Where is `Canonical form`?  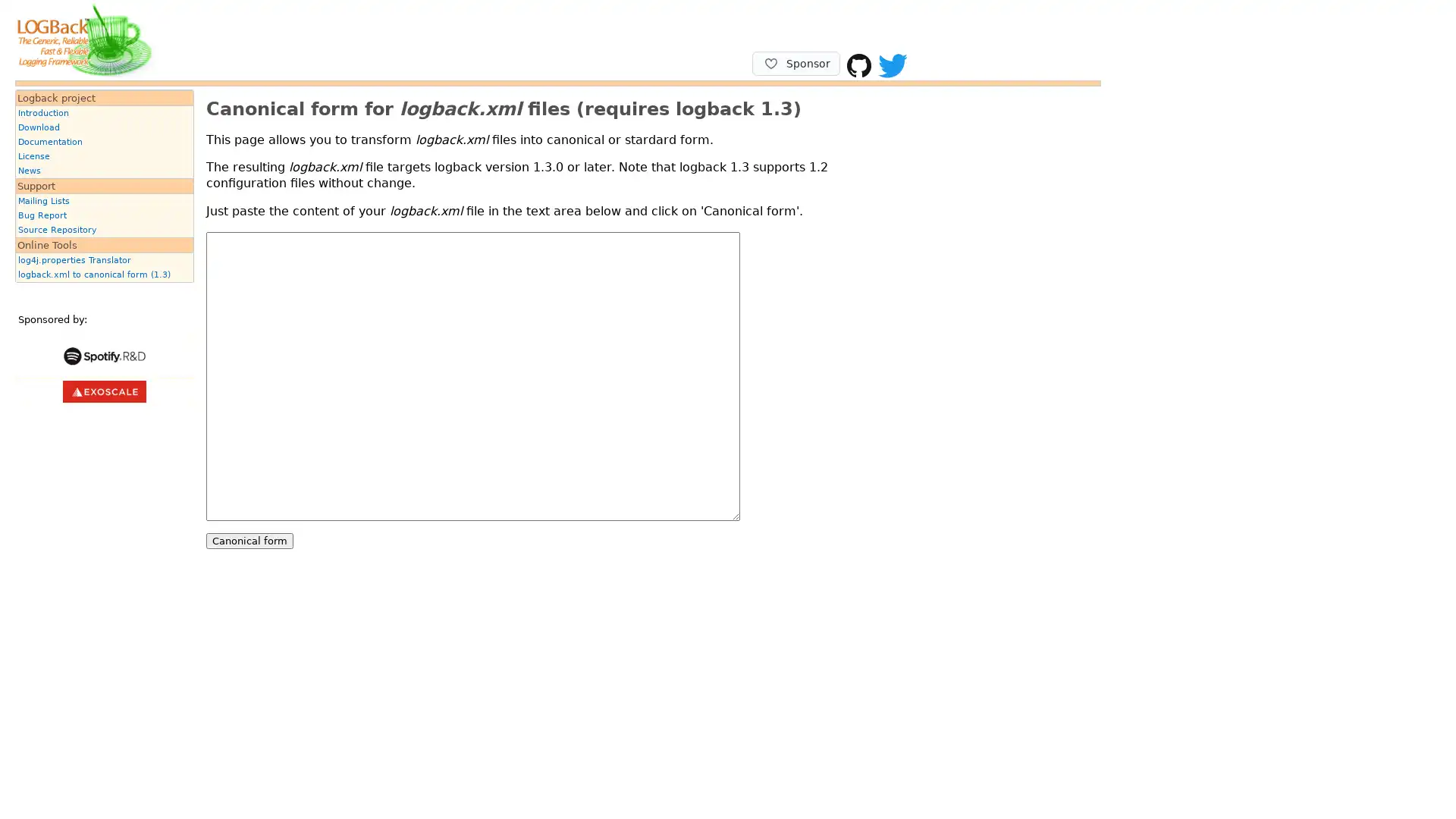 Canonical form is located at coordinates (249, 539).